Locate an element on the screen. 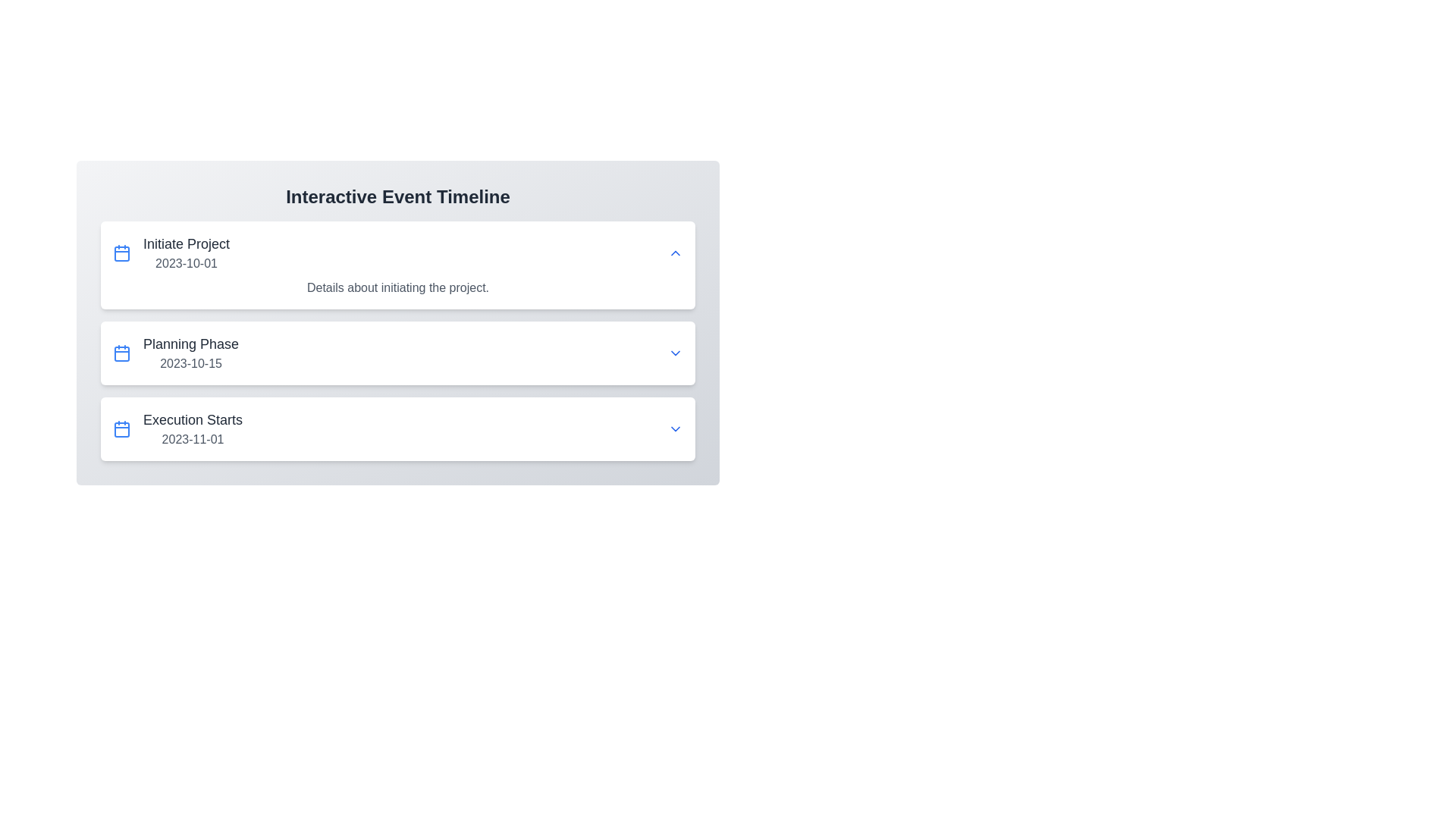 The image size is (1456, 819). the text block containing 'Initiate Project' and the date '2023-10-01' to associate the date with the event is located at coordinates (171, 253).